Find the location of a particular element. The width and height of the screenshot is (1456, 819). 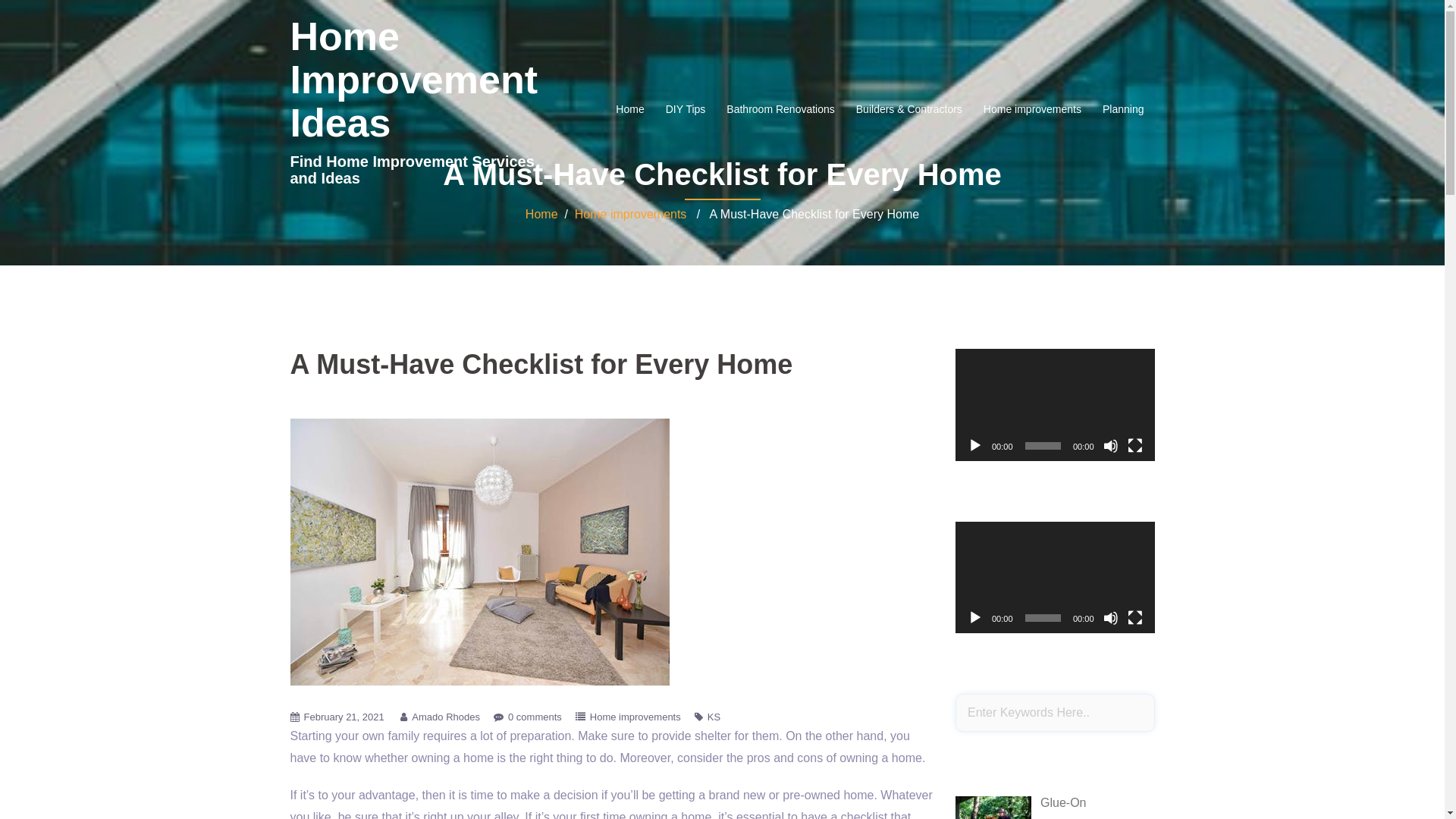

'Fullscreen' is located at coordinates (1127, 444).